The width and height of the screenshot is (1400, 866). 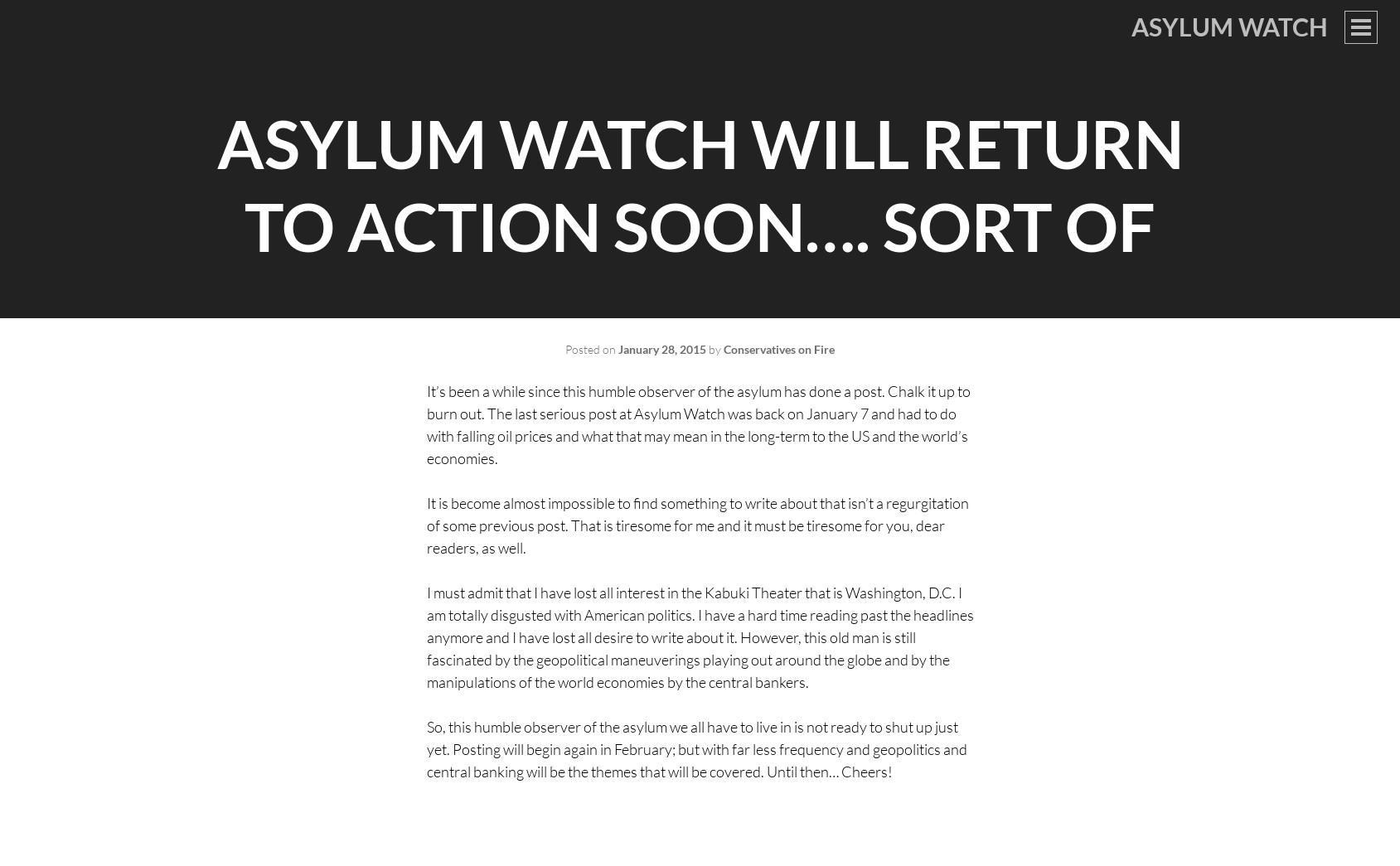 What do you see at coordinates (715, 349) in the screenshot?
I see `'by'` at bounding box center [715, 349].